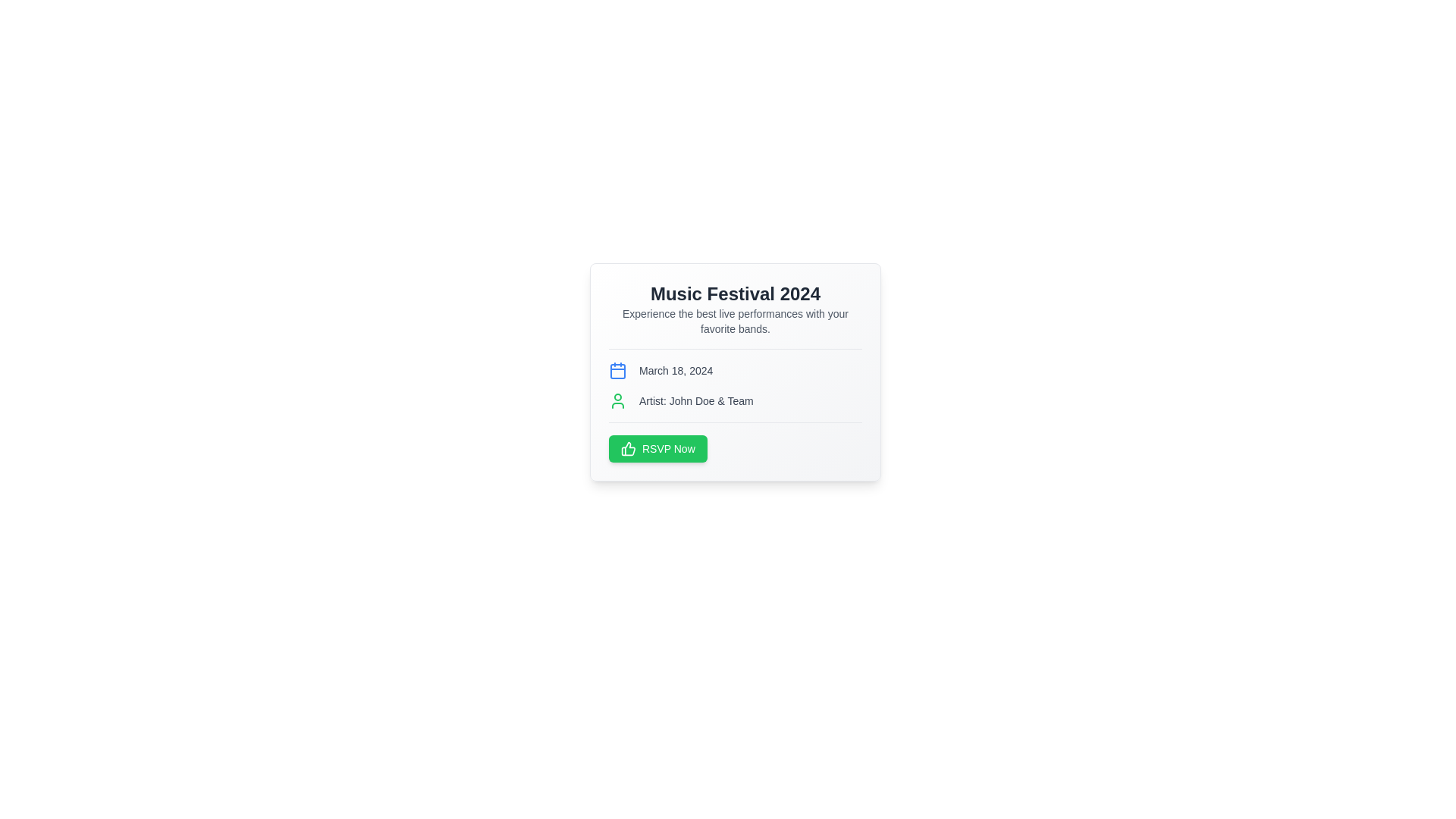 This screenshot has height=819, width=1456. What do you see at coordinates (735, 315) in the screenshot?
I see `the text section titled 'Music Festival 2024', which features a bold title and a descriptive line about live performances, positioned at the top of its group` at bounding box center [735, 315].